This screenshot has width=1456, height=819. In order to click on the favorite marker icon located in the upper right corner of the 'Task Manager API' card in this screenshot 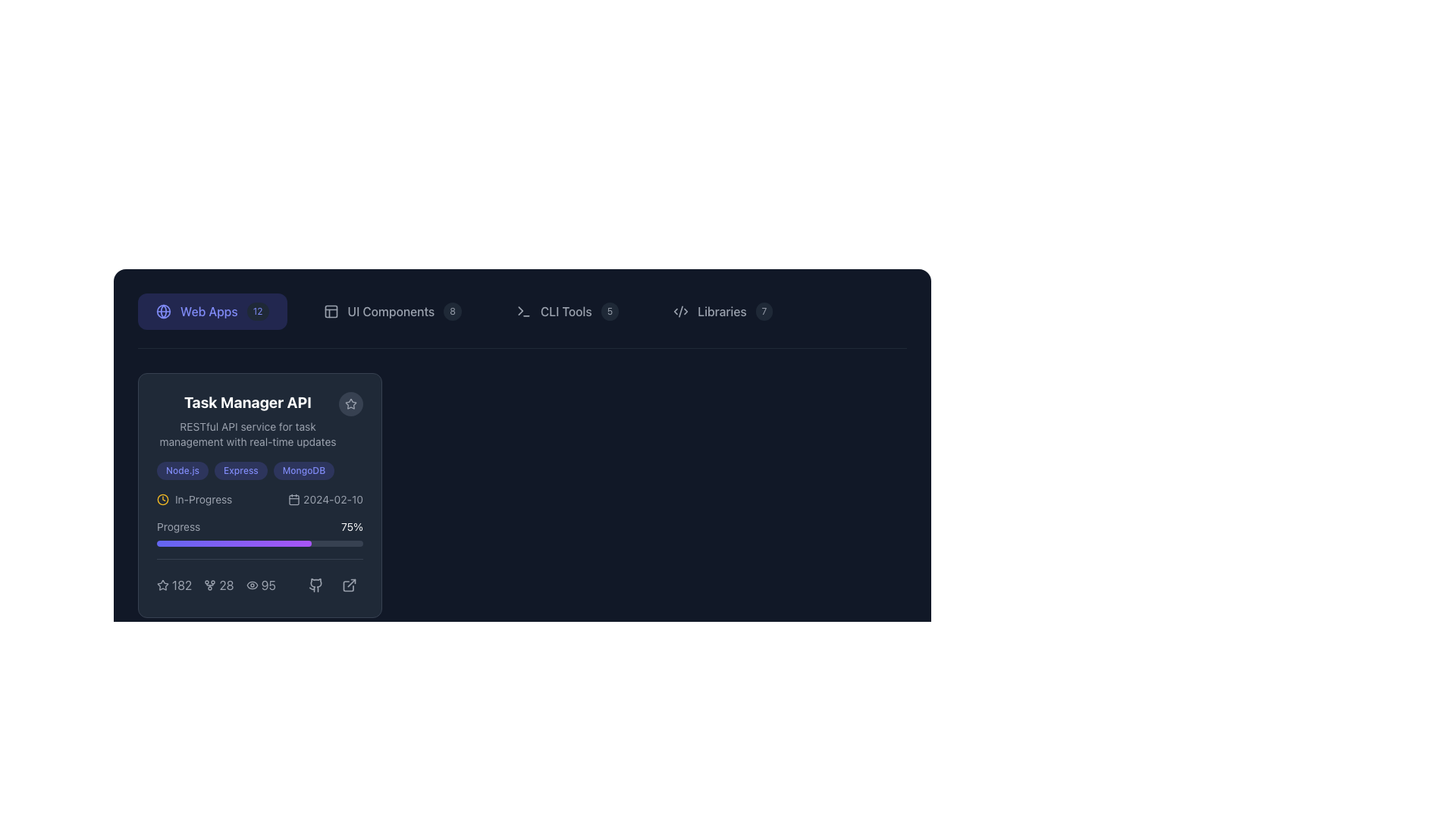, I will do `click(163, 584)`.